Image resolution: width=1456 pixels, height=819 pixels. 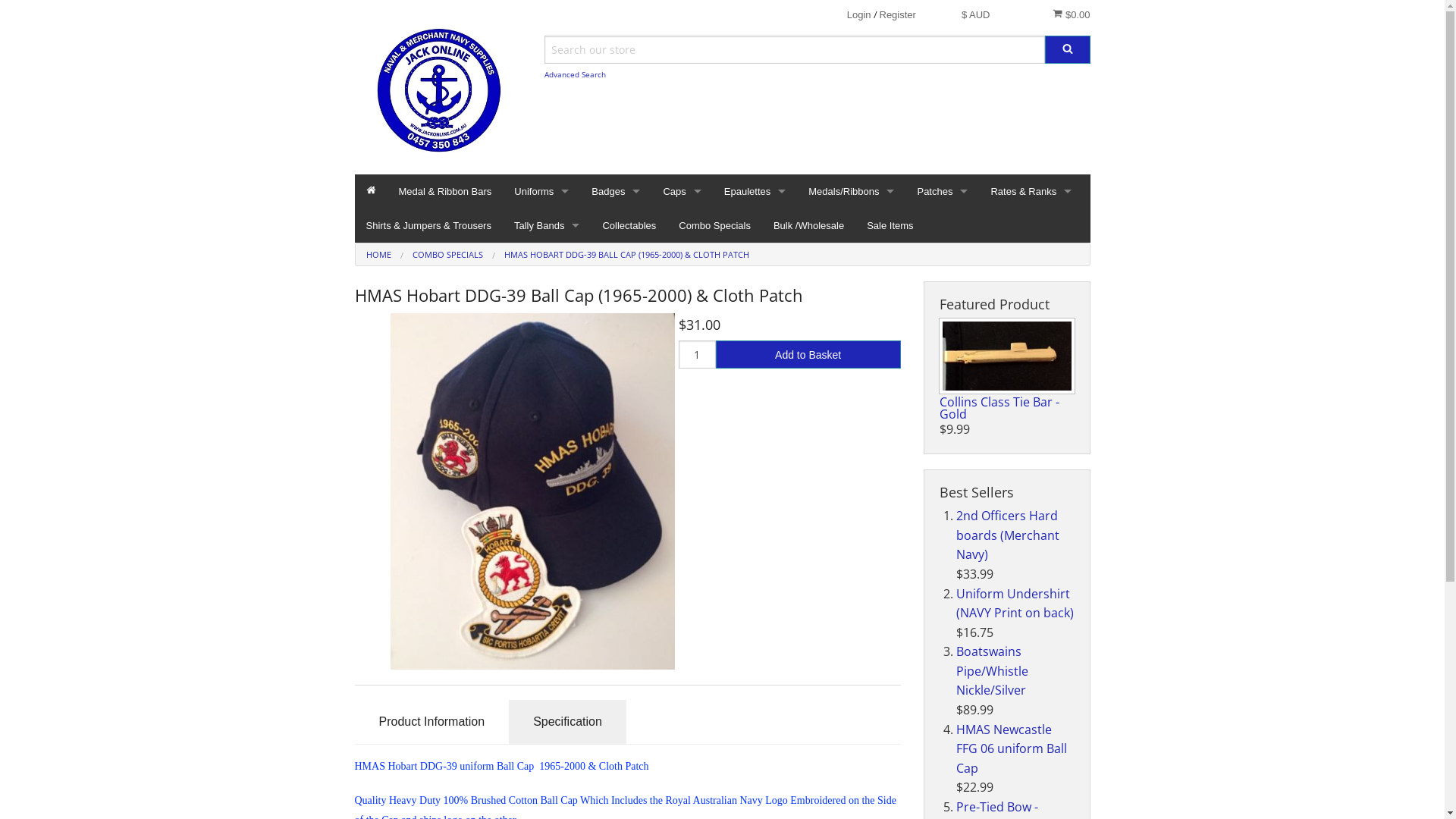 I want to click on 'Gold Wire Badges', so click(x=941, y=278).